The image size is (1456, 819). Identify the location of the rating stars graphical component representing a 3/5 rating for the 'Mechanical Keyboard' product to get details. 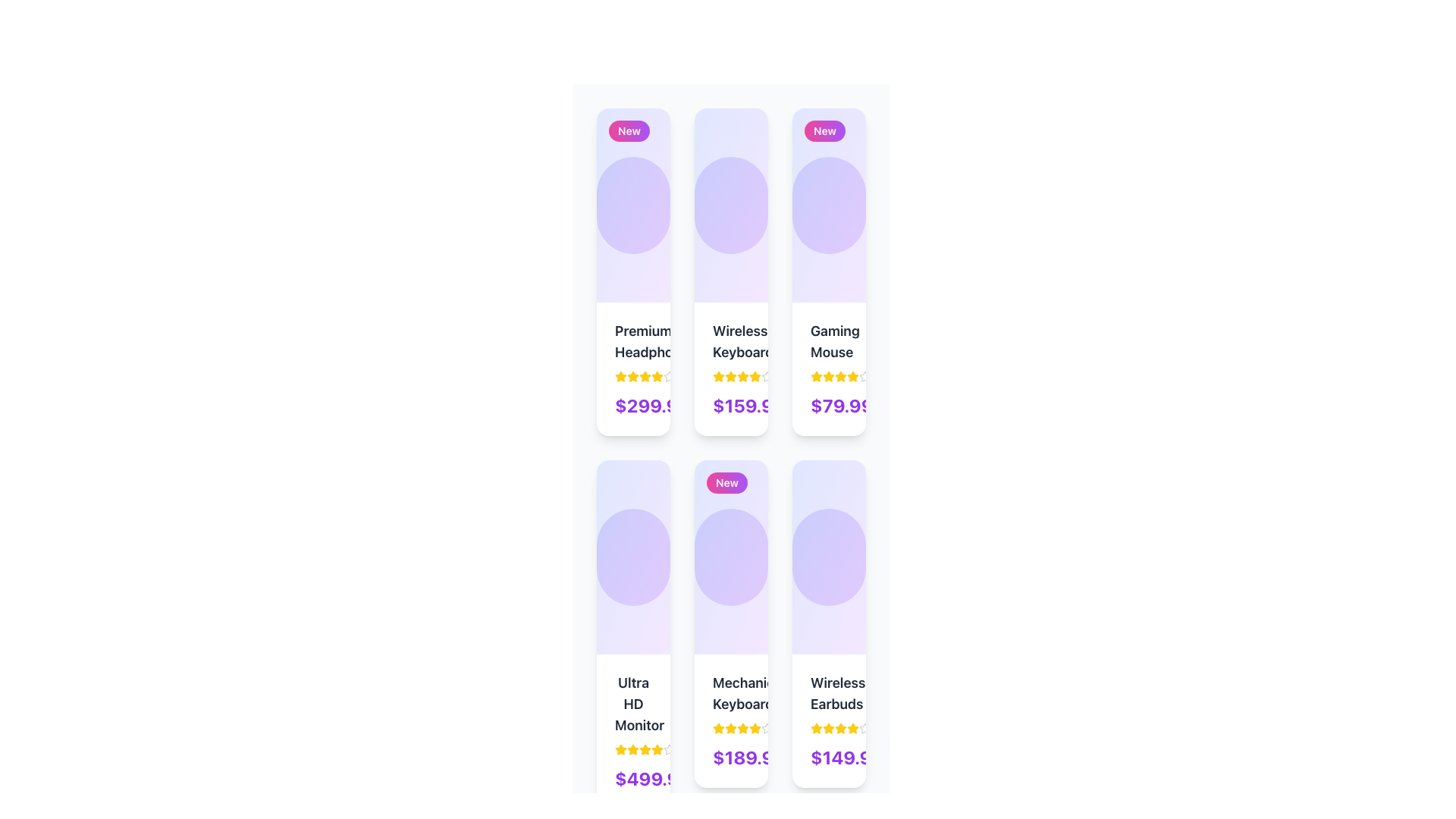
(731, 727).